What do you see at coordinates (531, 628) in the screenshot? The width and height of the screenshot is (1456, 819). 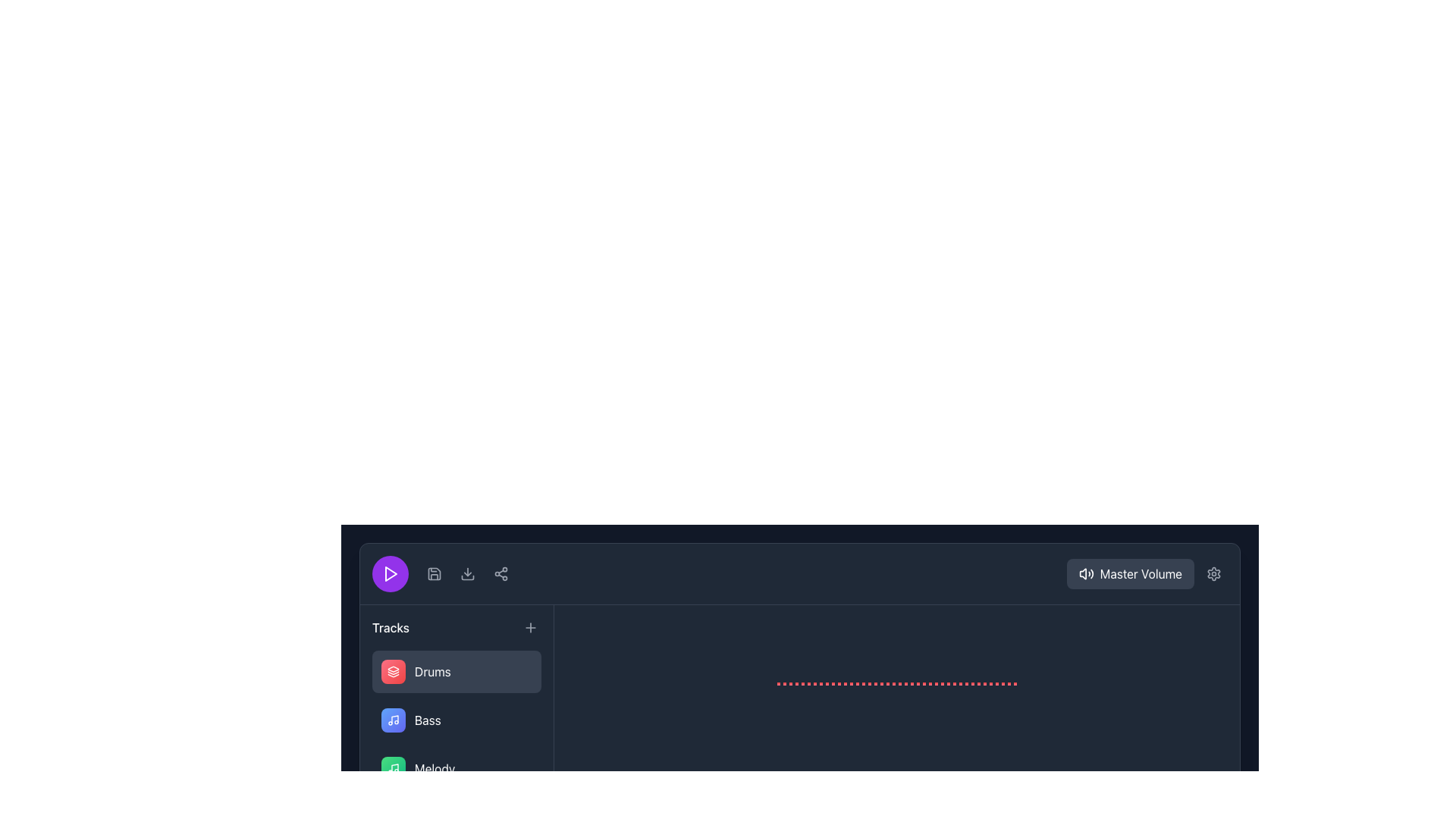 I see `the plus icon button located in the upper-right corner of the 'Tracks' section` at bounding box center [531, 628].